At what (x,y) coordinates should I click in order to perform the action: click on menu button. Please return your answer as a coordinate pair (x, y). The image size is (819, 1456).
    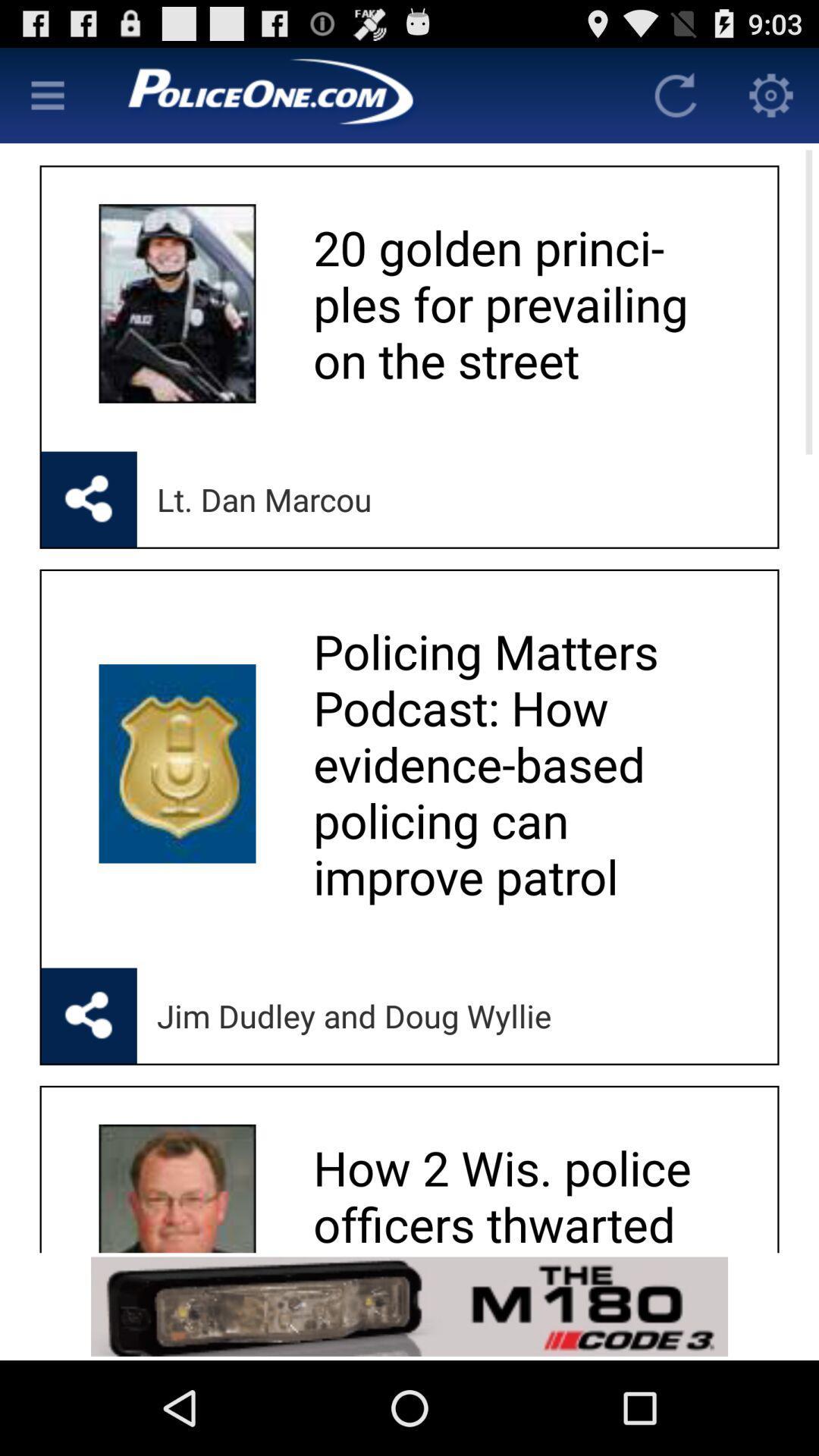
    Looking at the image, I should click on (46, 94).